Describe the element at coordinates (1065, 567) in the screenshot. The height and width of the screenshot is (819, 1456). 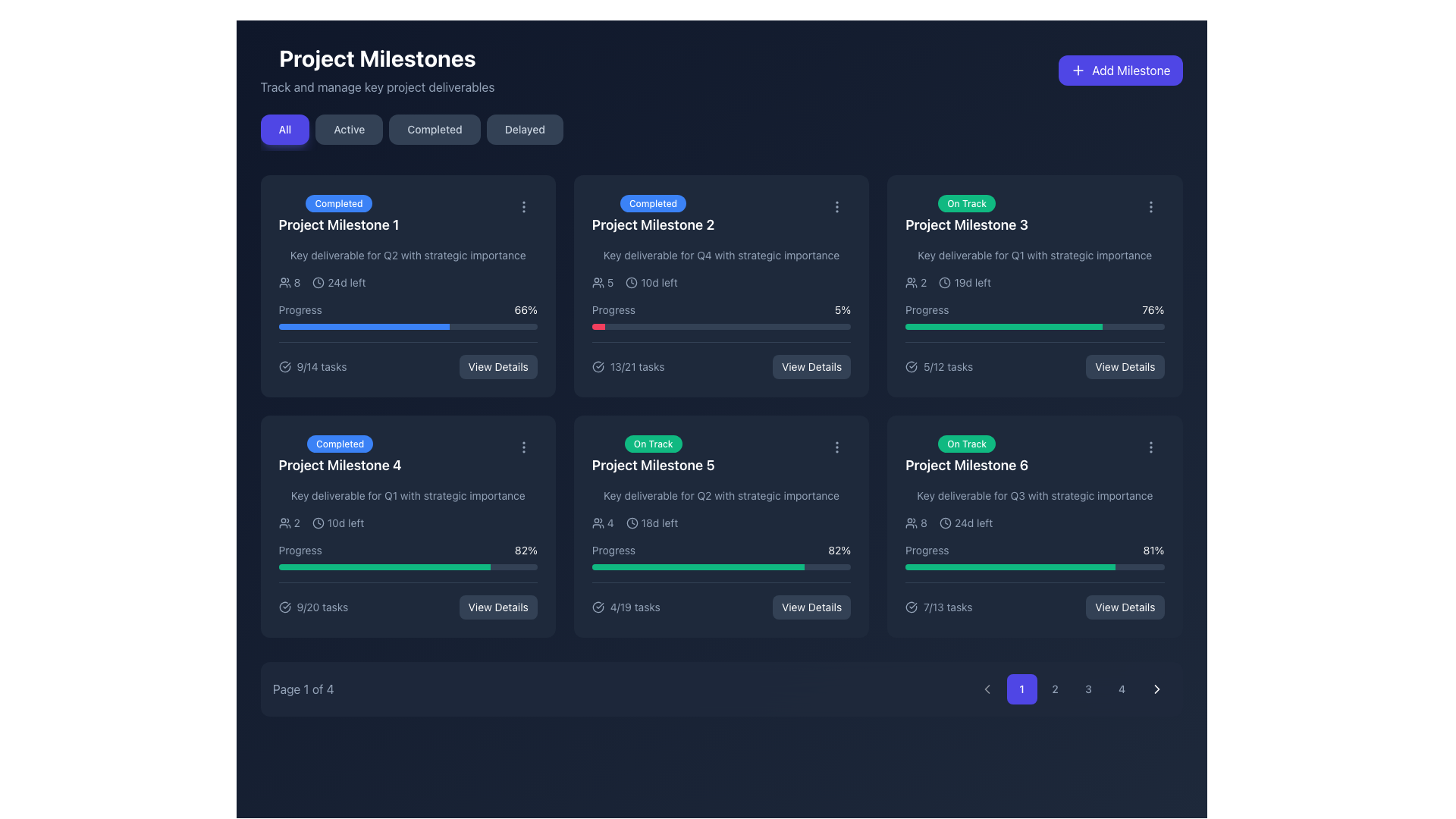
I see `the progress of Project Milestone 6` at that location.